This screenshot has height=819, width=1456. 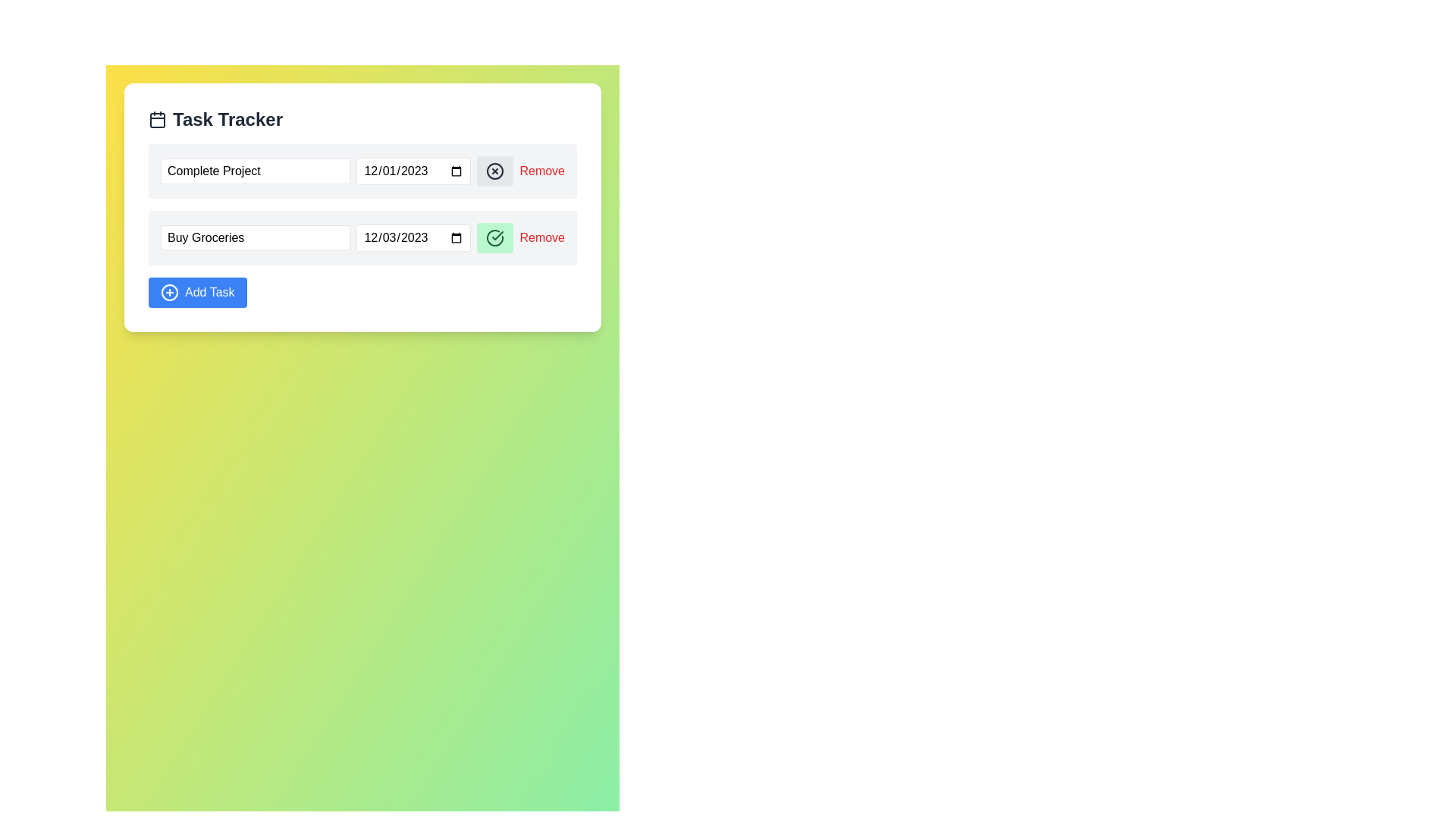 What do you see at coordinates (495, 171) in the screenshot?
I see `the clear or remove button located to the right of the date input field in the task tracker interface` at bounding box center [495, 171].